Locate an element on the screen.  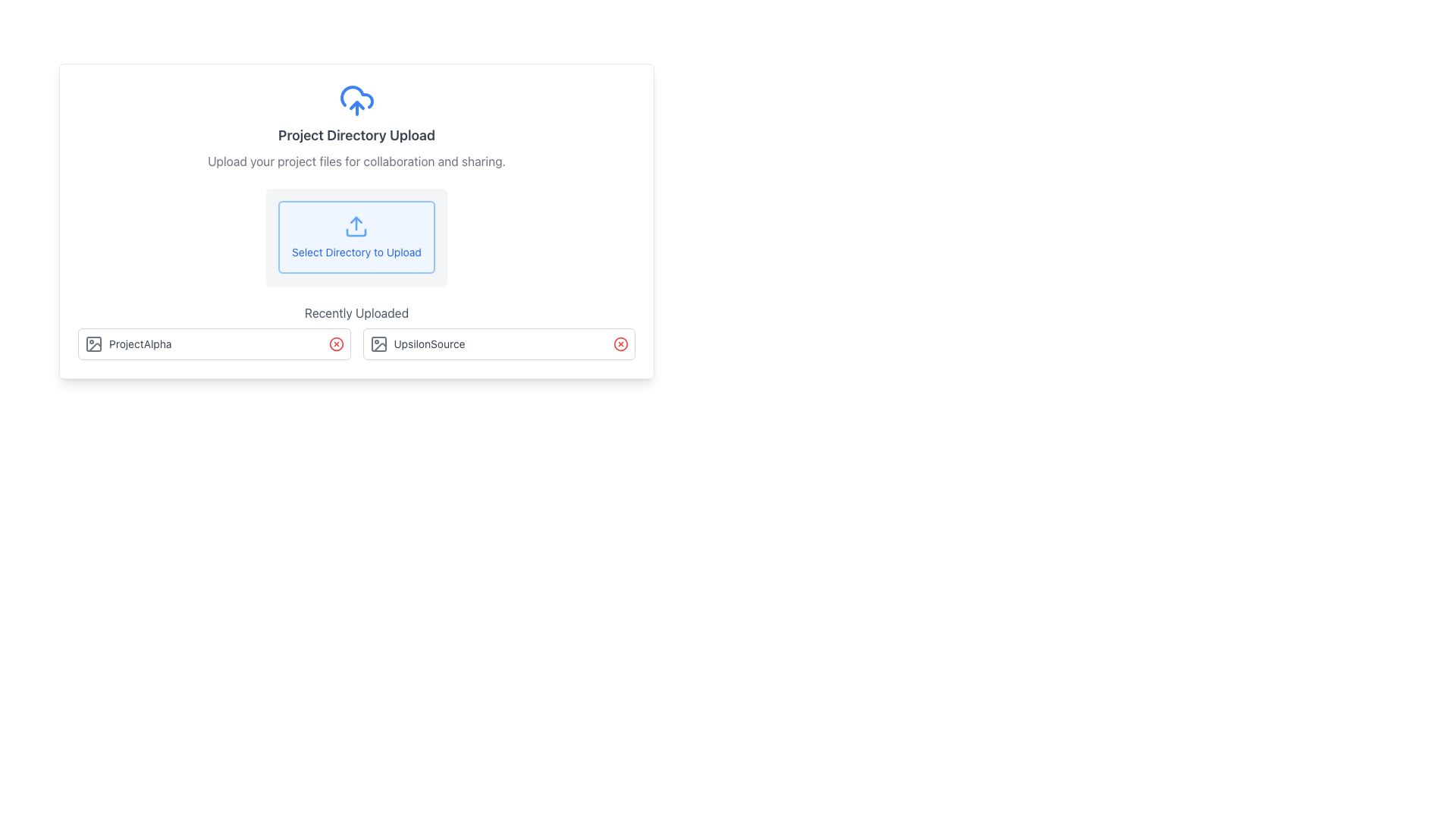
the circular red-bordered icon representing the 'delete' button for the file 'UpsilonSource' in the 'Recently Uploaded' section is located at coordinates (621, 344).